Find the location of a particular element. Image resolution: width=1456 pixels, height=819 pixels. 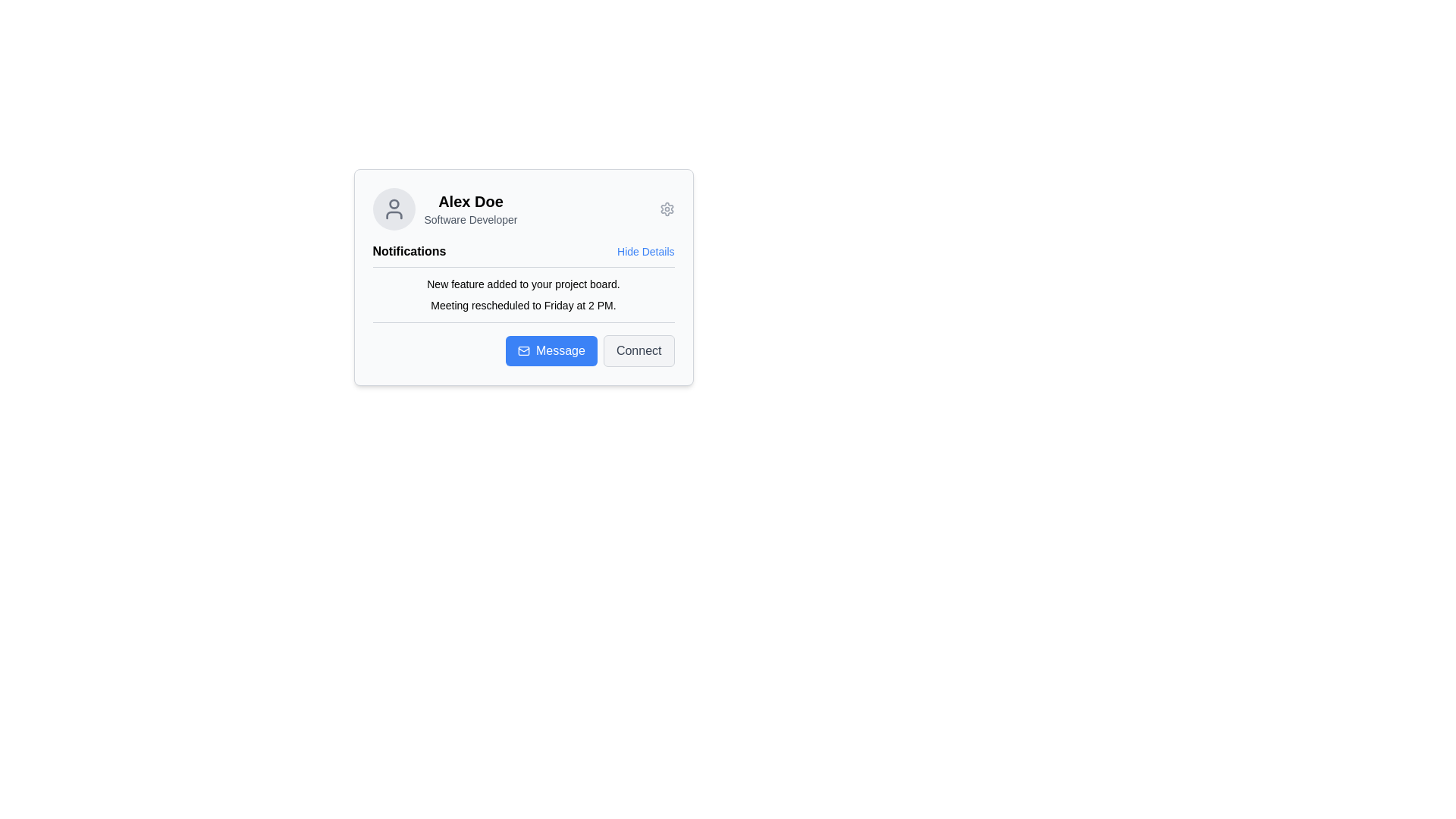

the interactive link 'Hide Details' within the 'Notifications' section to trigger a tooltip or styling change is located at coordinates (523, 250).